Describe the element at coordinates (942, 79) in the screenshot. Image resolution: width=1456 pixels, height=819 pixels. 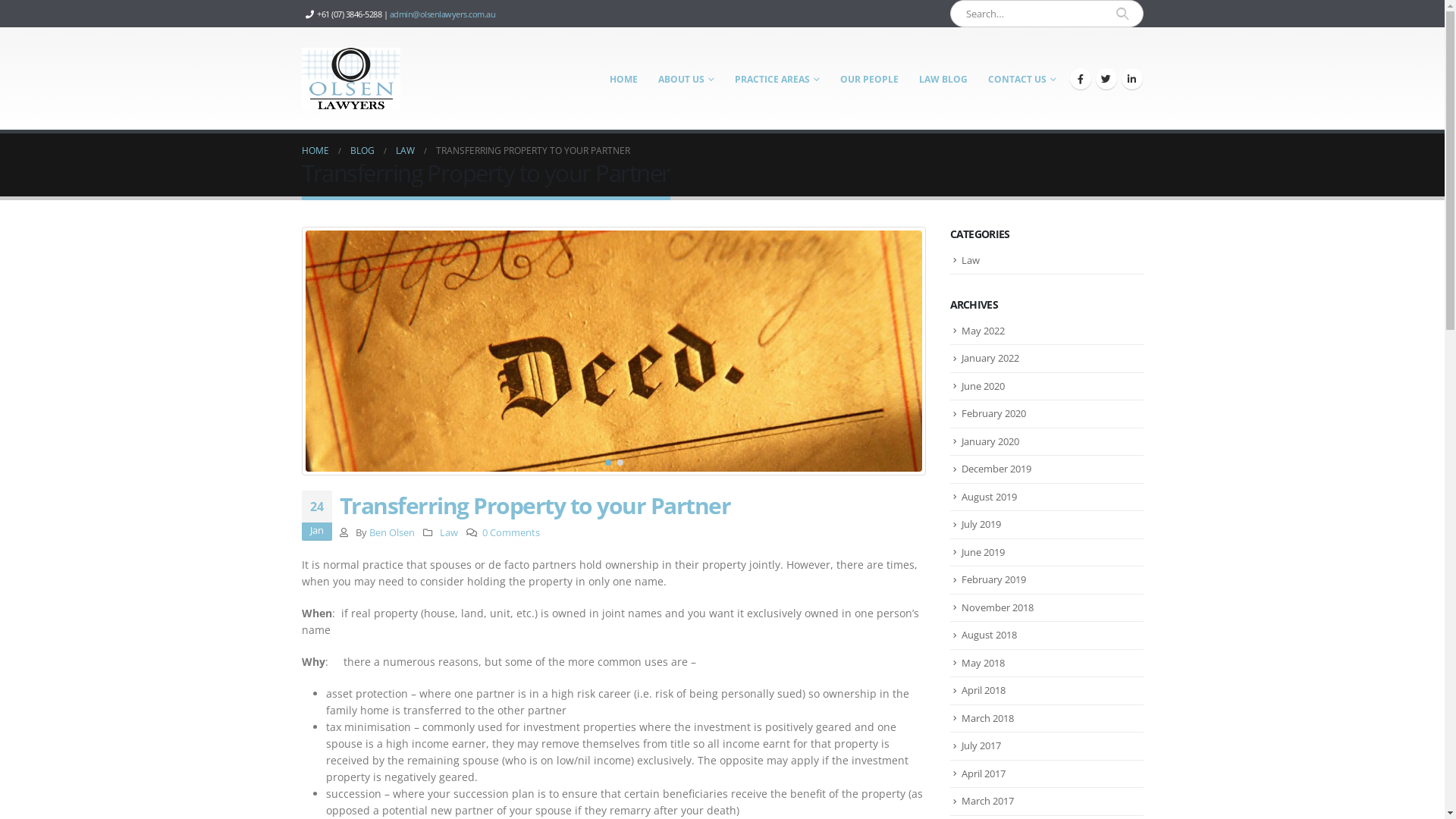
I see `'LAW BLOG'` at that location.